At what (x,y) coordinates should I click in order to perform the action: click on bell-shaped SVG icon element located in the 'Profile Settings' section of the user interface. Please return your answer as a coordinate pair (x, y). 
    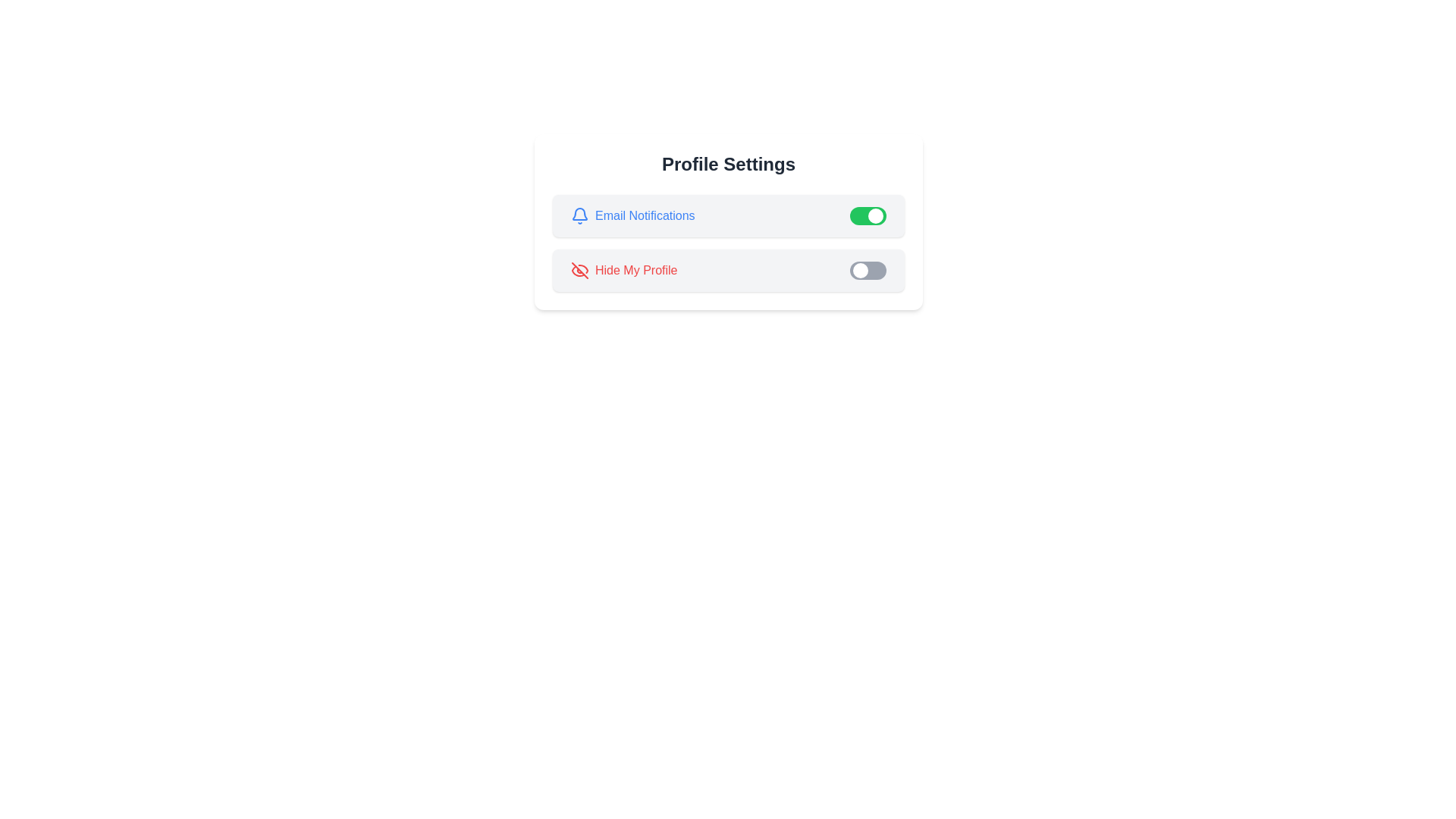
    Looking at the image, I should click on (579, 214).